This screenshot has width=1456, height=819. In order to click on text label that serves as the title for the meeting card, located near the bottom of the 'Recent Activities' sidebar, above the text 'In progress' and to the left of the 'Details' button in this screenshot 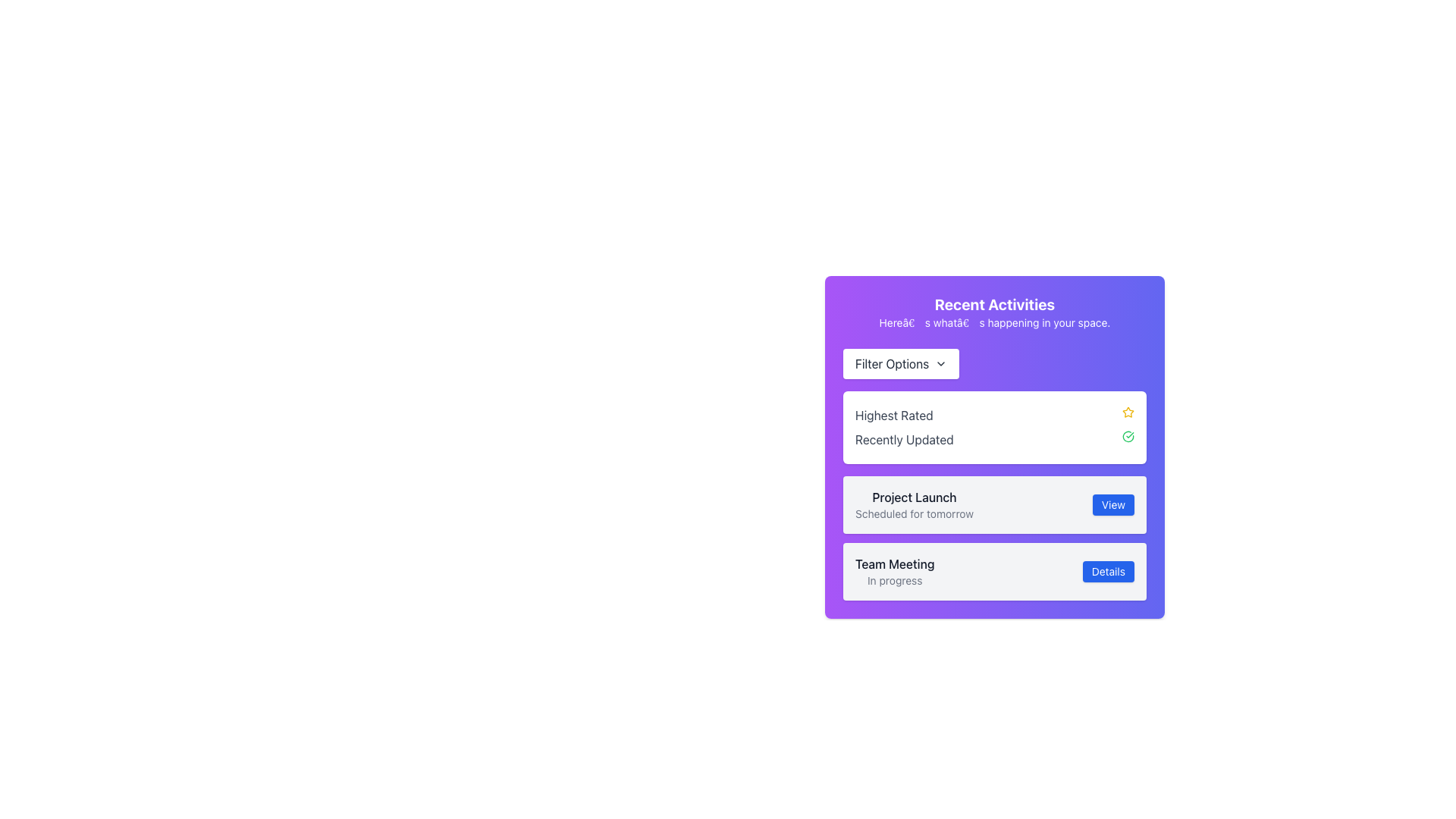, I will do `click(895, 564)`.